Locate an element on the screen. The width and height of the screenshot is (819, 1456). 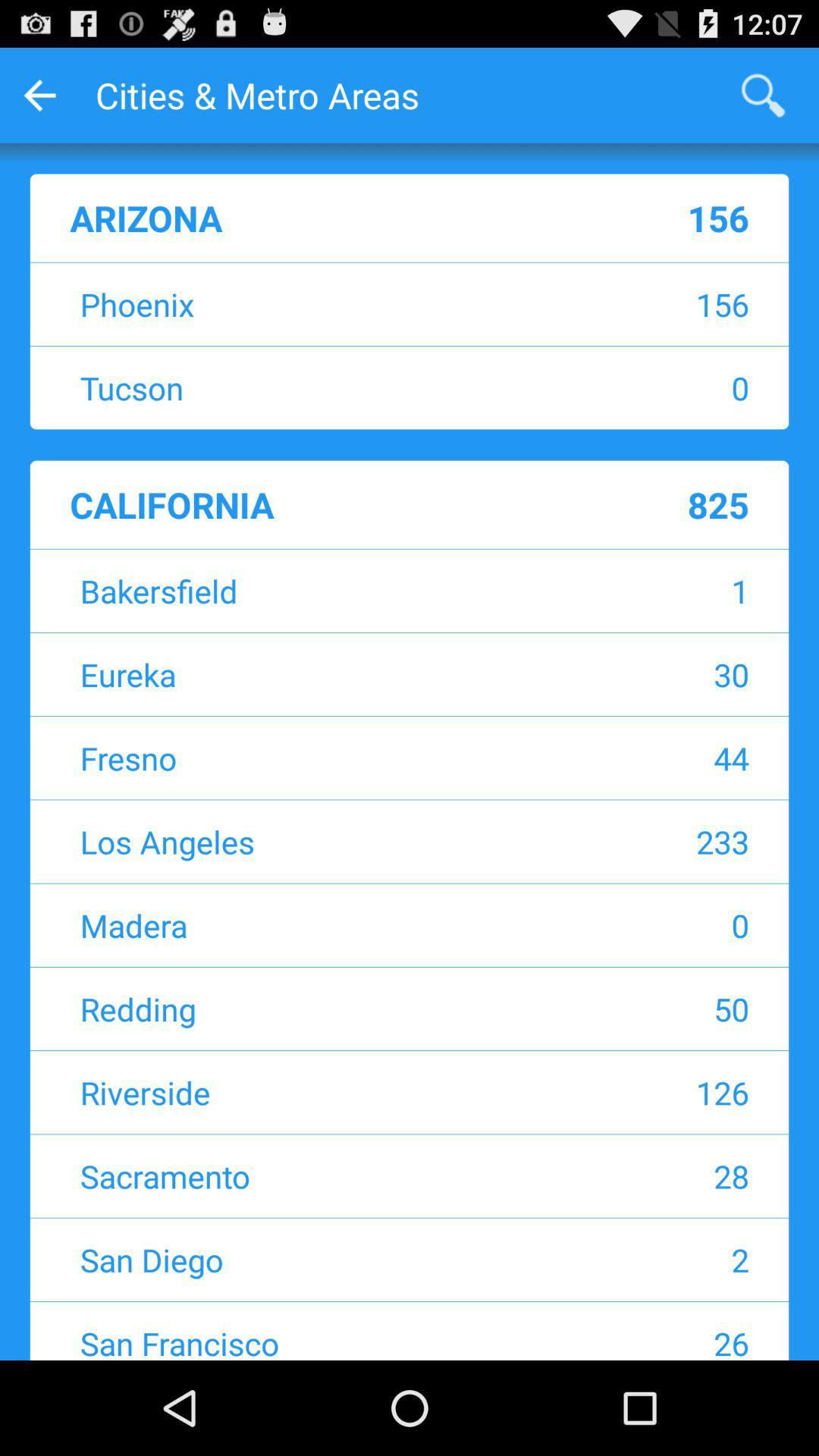
the san diego icon is located at coordinates (314, 1260).